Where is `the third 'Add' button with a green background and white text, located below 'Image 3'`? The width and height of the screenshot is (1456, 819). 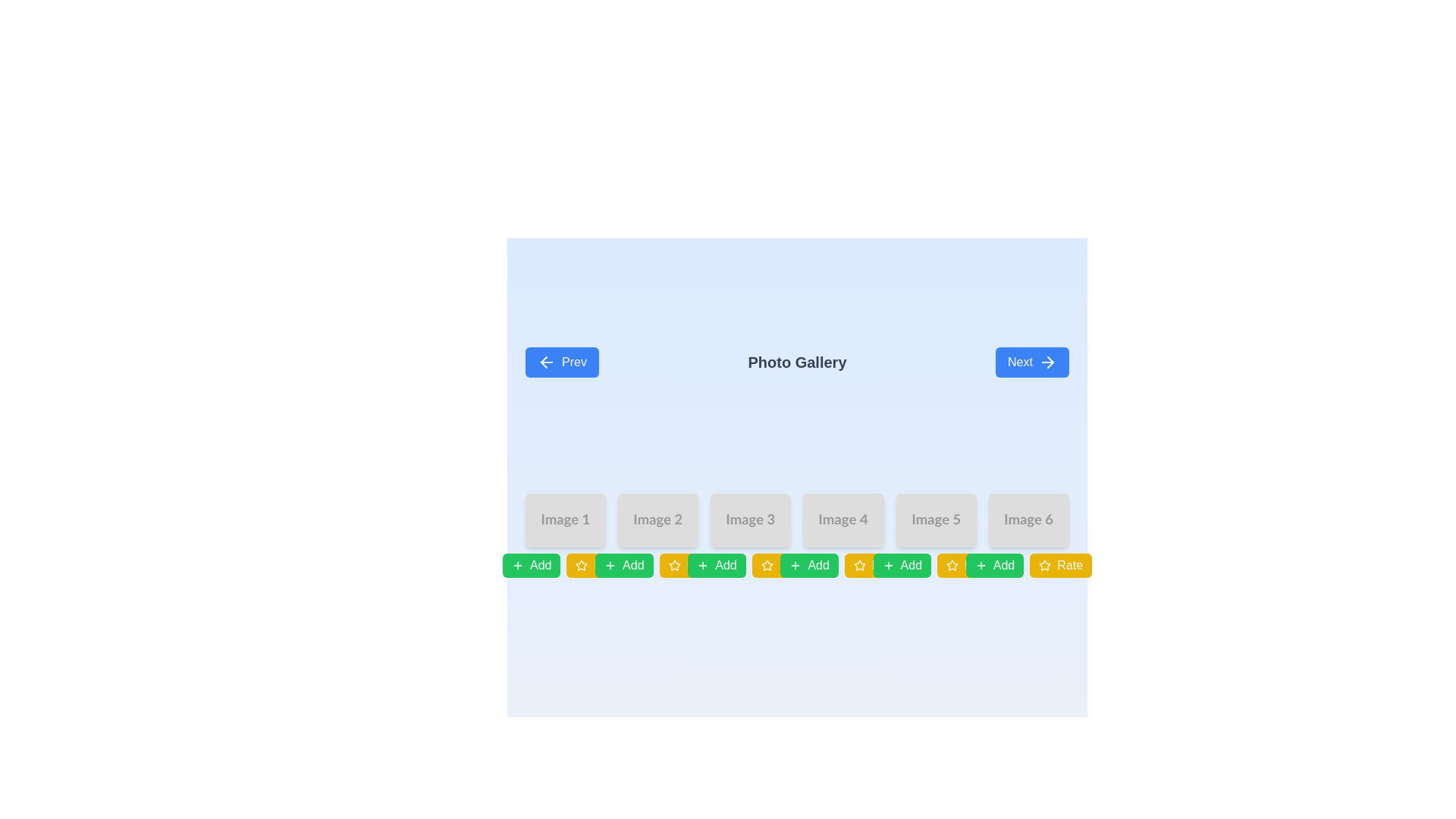 the third 'Add' button with a green background and white text, located below 'Image 3' is located at coordinates (716, 565).